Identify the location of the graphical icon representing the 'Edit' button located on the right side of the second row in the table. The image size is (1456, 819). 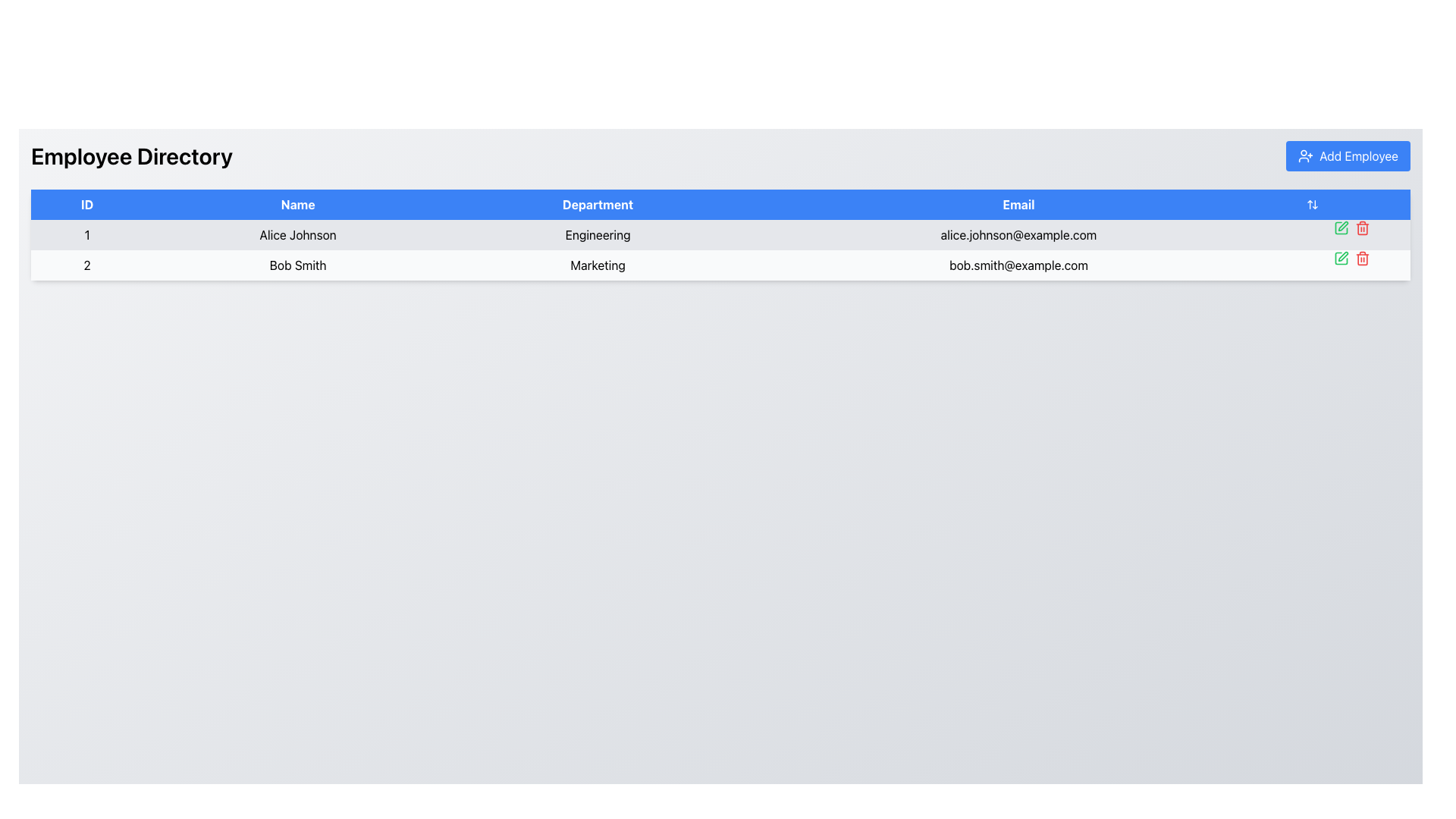
(1341, 257).